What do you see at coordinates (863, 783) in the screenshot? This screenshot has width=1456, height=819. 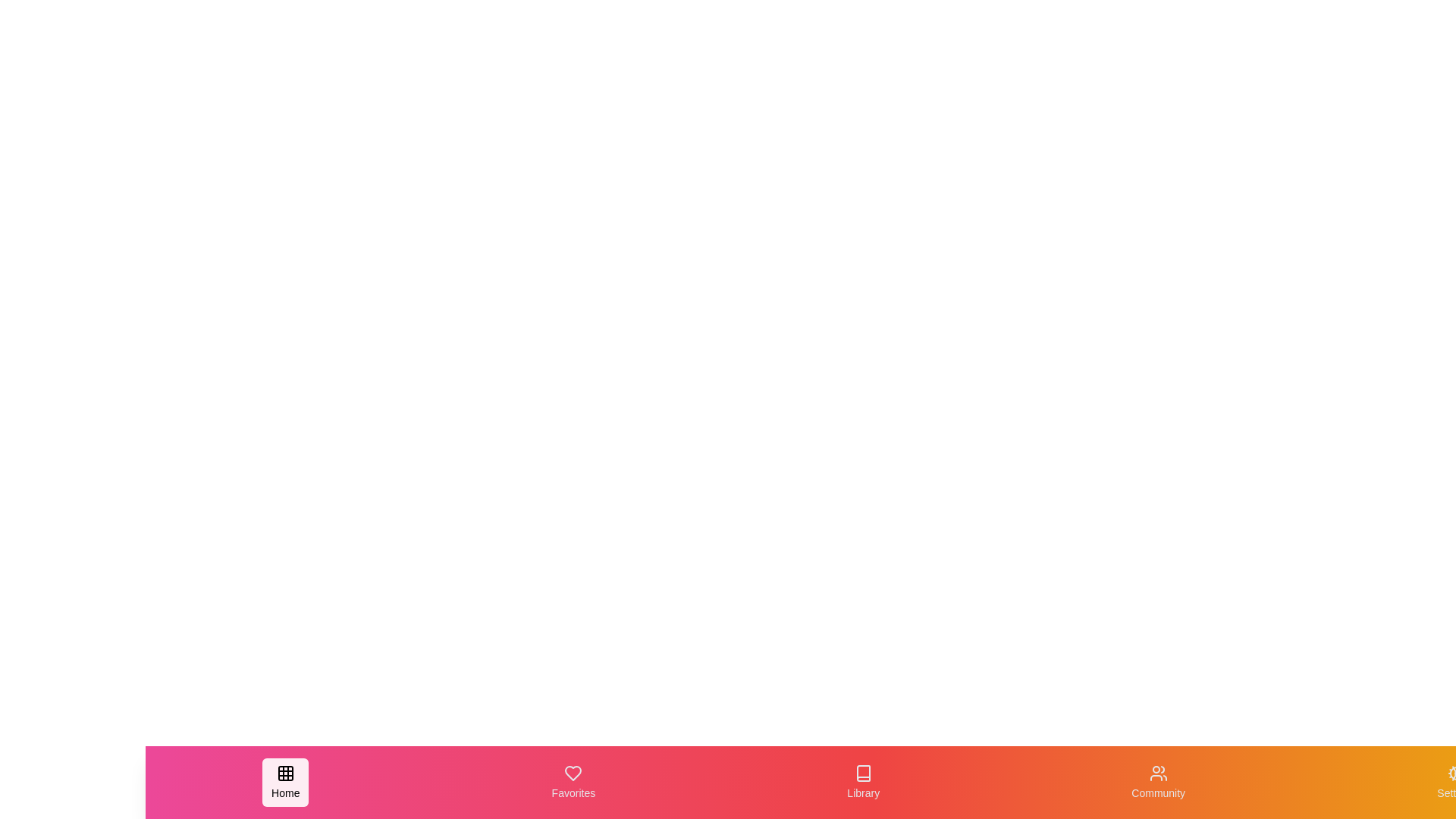 I see `the navigation tab labeled Library` at bounding box center [863, 783].